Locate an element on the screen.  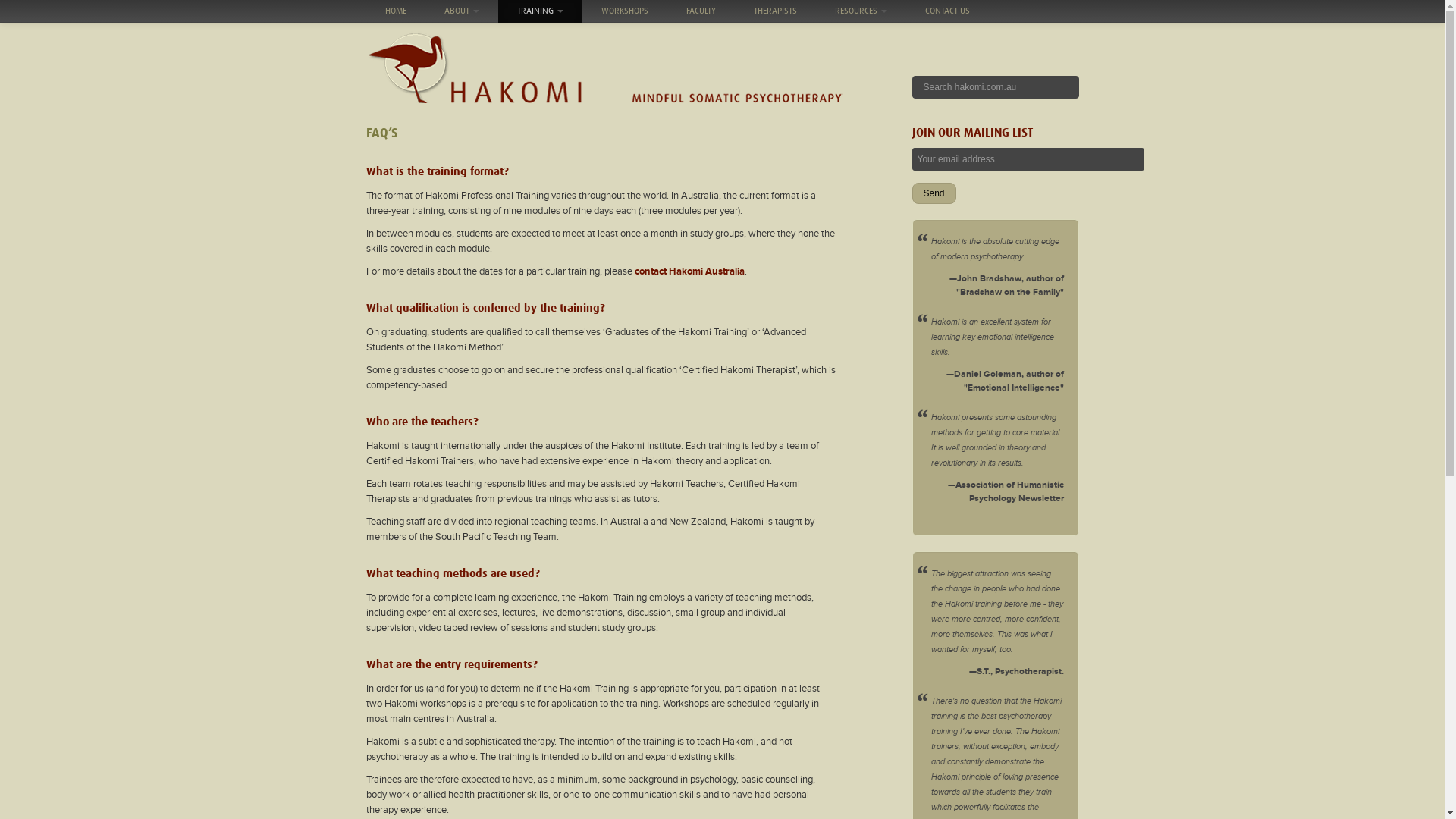
'HOME' is located at coordinates (395, 11).